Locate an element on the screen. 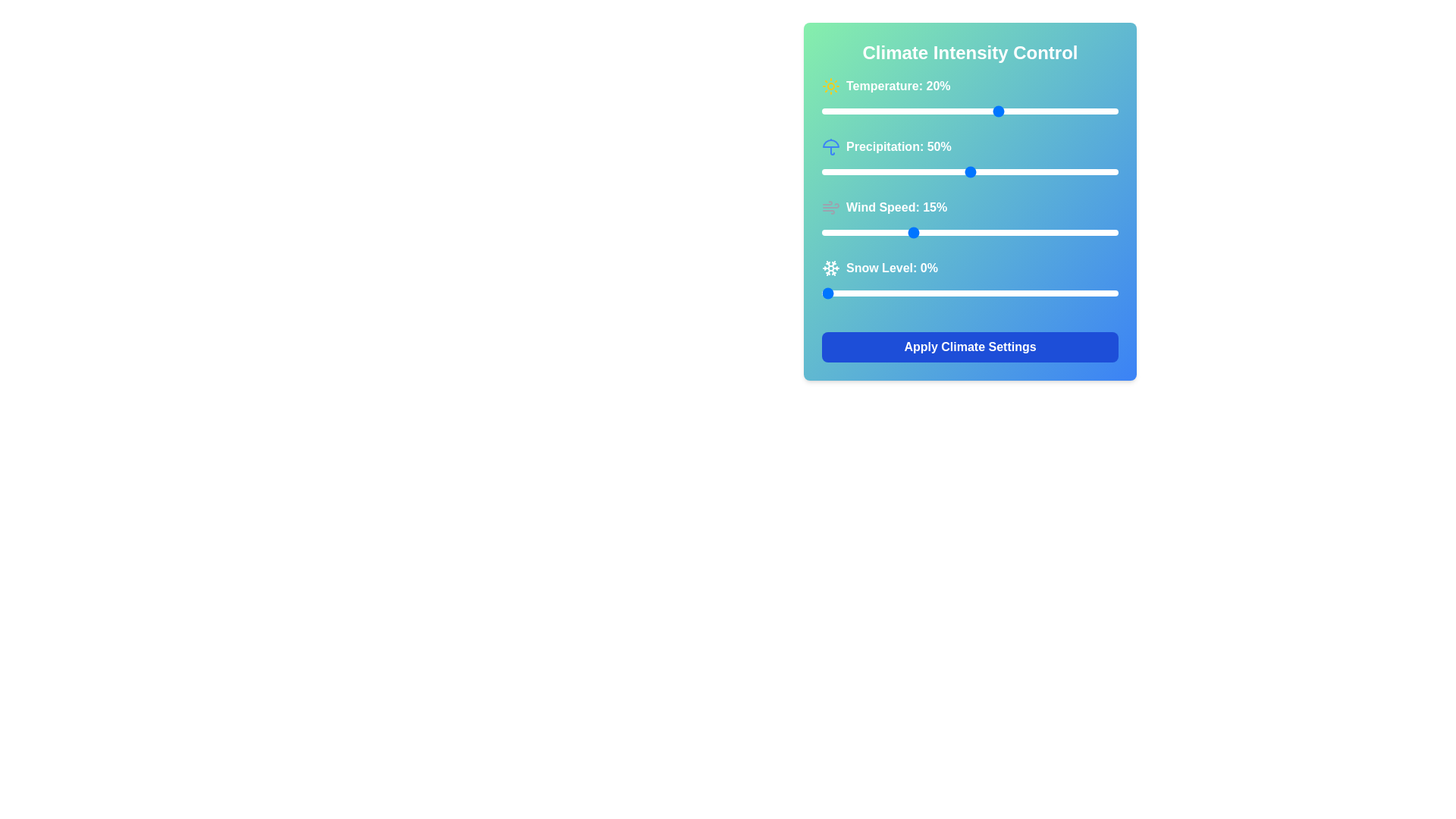 This screenshot has height=819, width=1456. Precipitation is located at coordinates (1076, 171).